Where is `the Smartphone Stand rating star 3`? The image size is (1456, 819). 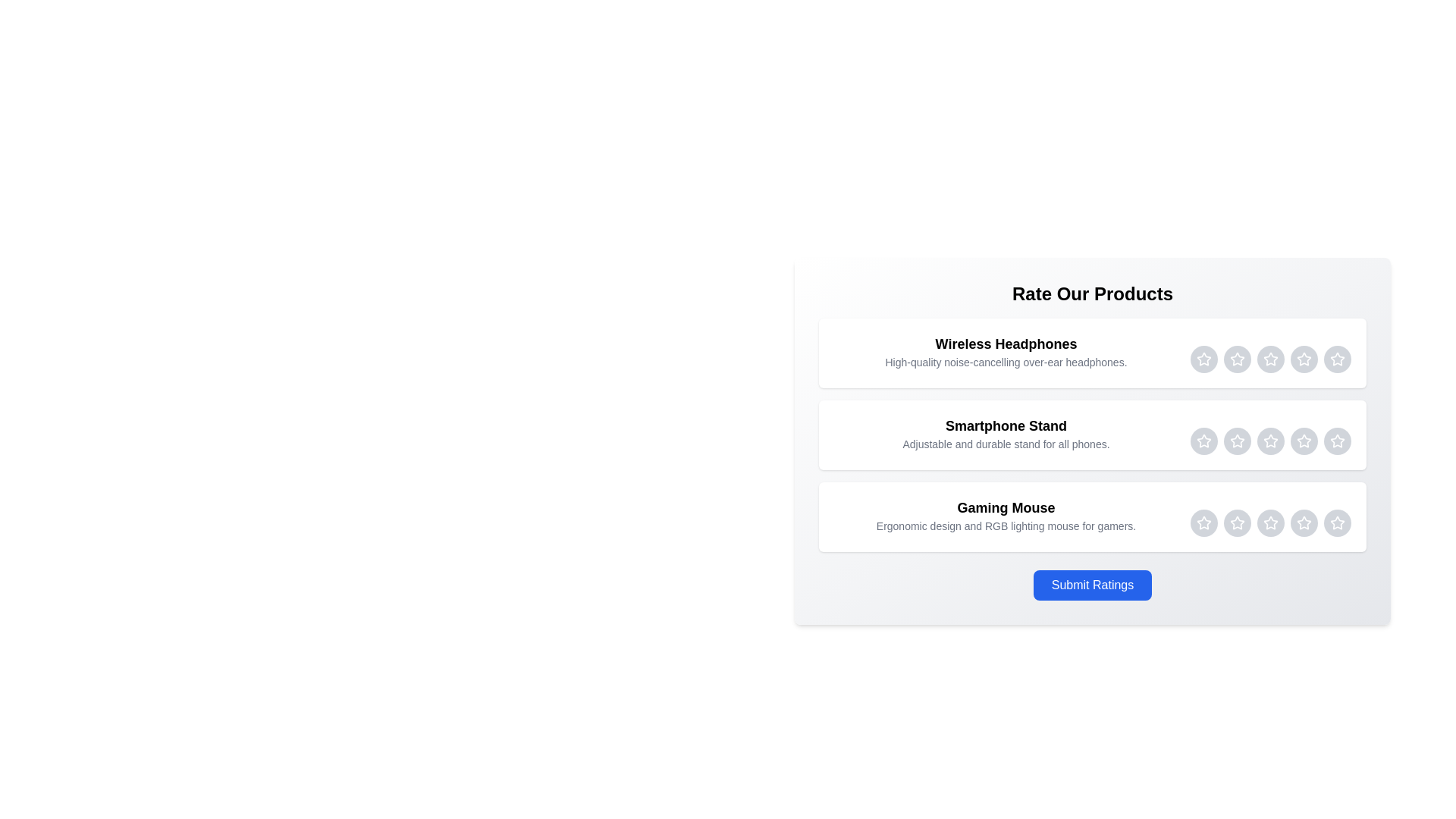 the Smartphone Stand rating star 3 is located at coordinates (1270, 441).